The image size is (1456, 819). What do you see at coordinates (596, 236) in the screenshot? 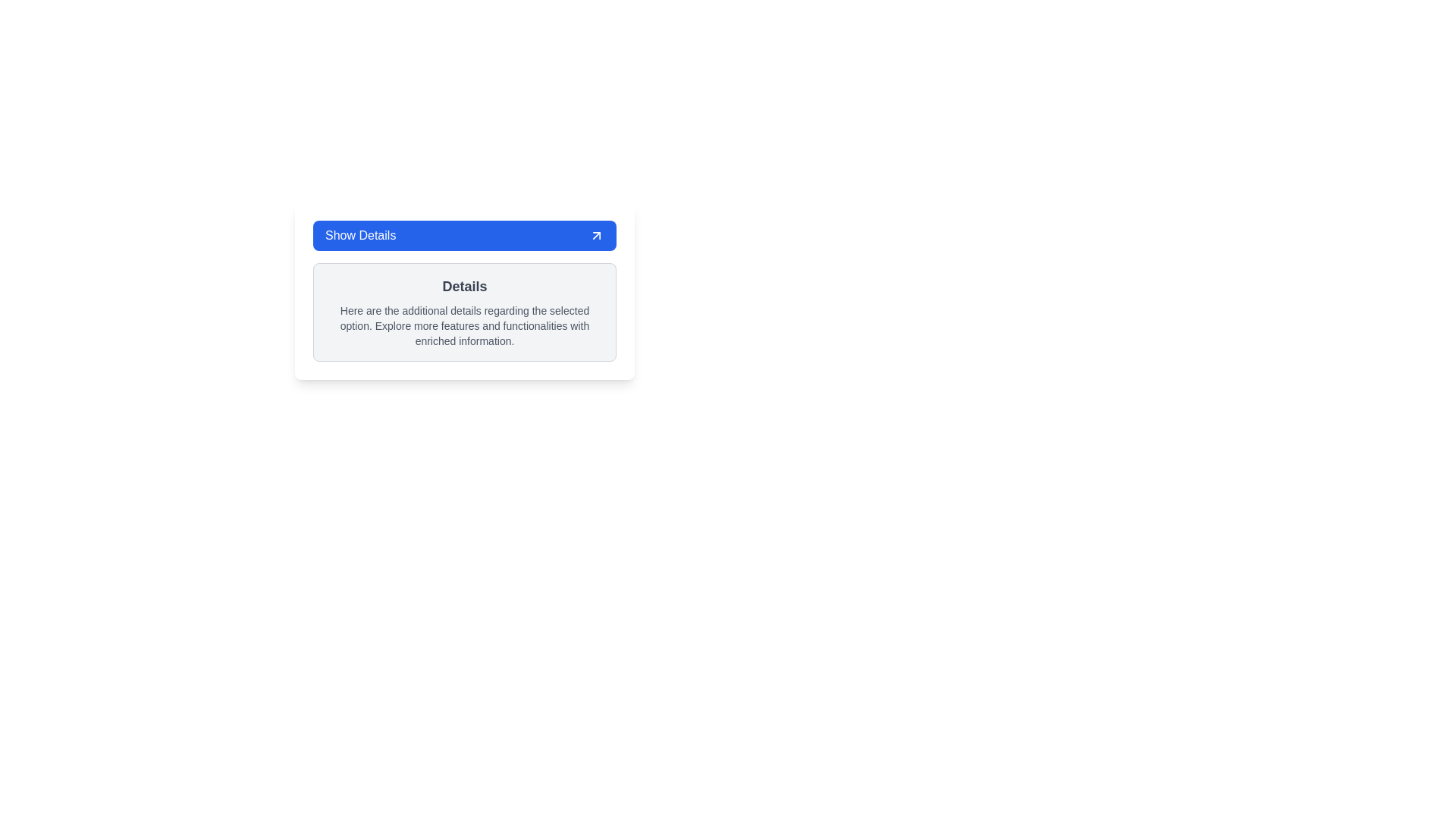
I see `the small white arrow icon pointing diagonally upwards to the right, which is located at the far-right end of the blue button labeled 'Show Details'` at bounding box center [596, 236].